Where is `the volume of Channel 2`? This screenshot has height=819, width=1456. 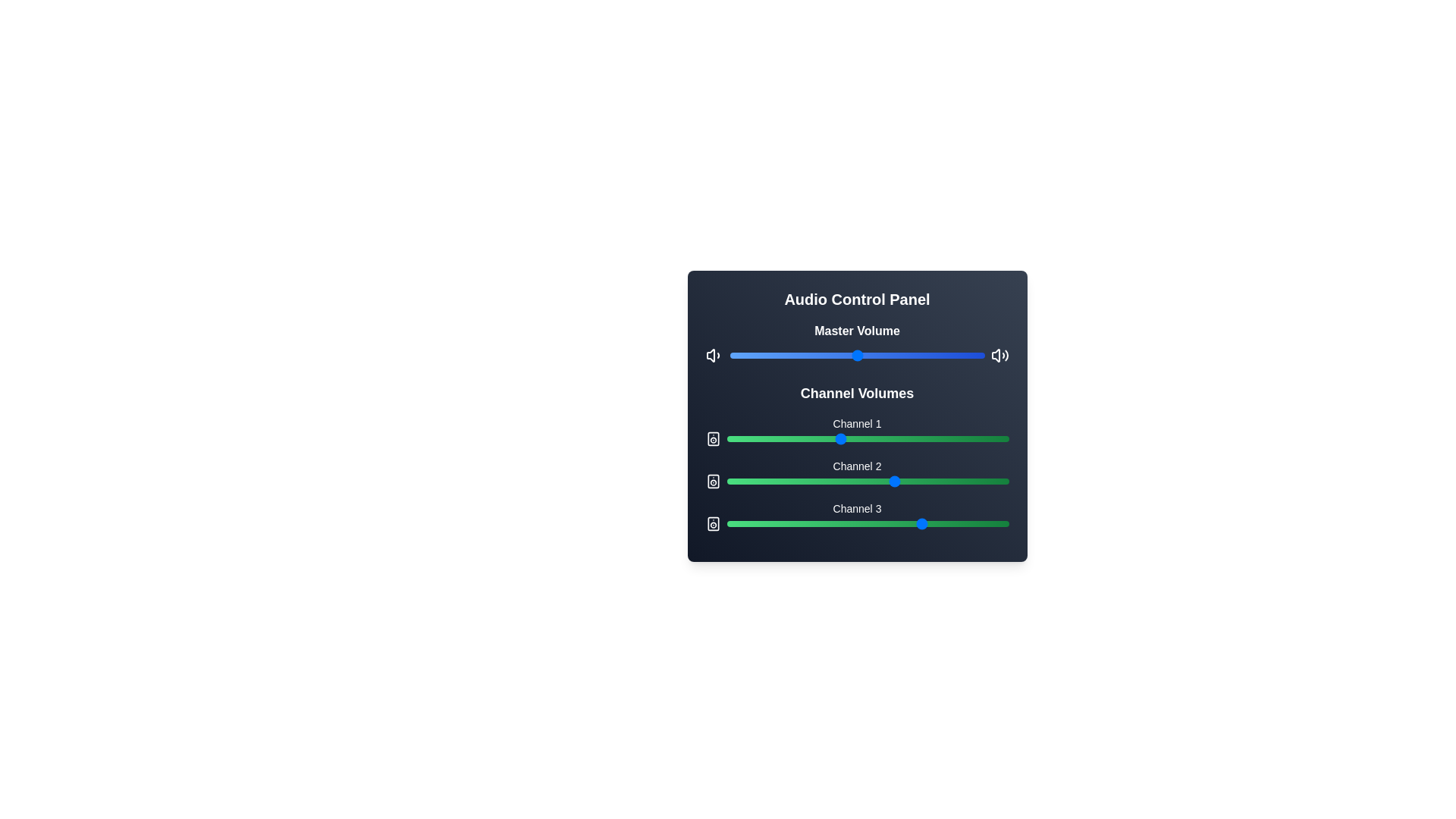
the volume of Channel 2 is located at coordinates (821, 482).